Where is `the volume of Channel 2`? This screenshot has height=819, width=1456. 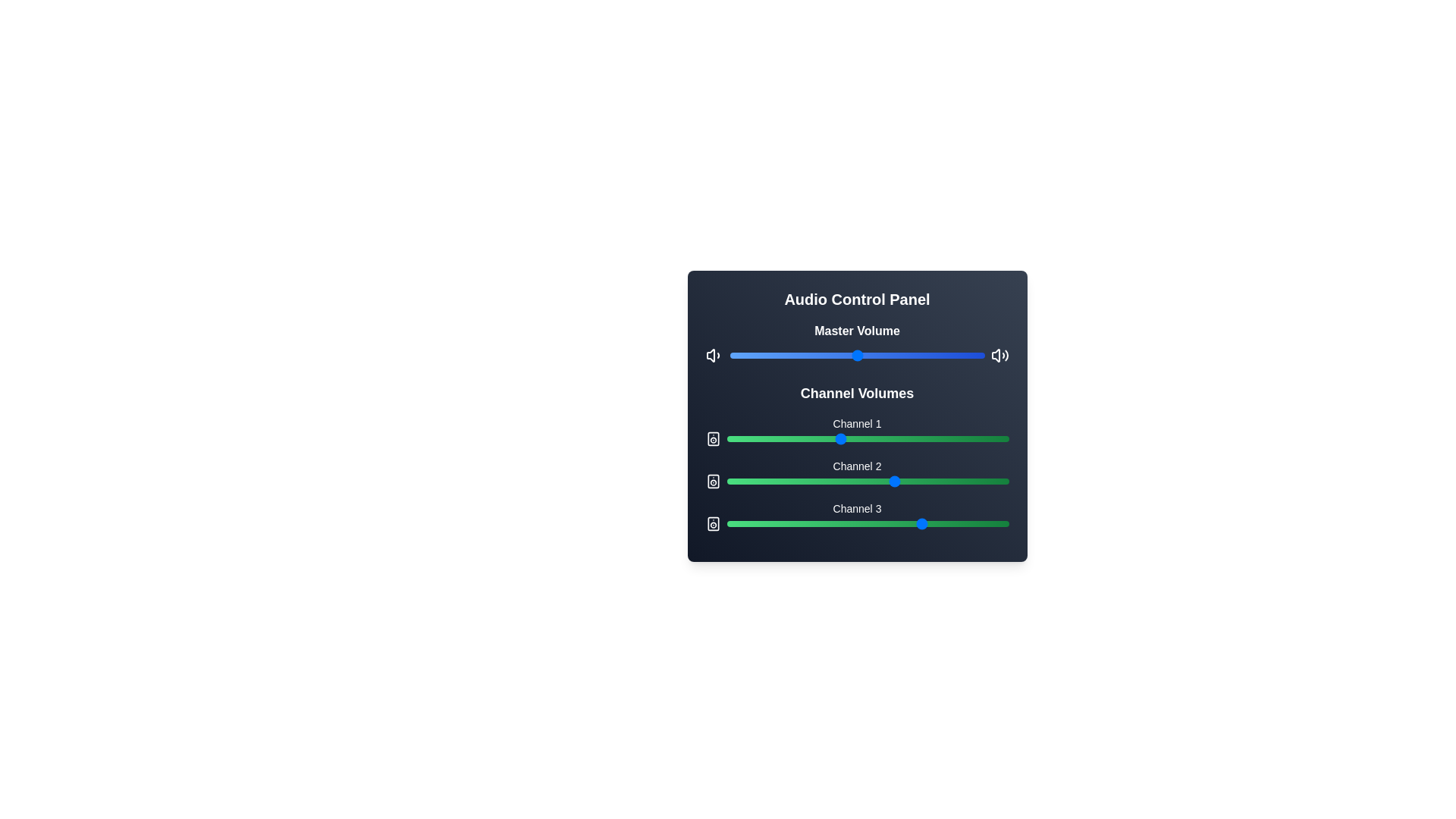
the volume of Channel 2 is located at coordinates (821, 482).